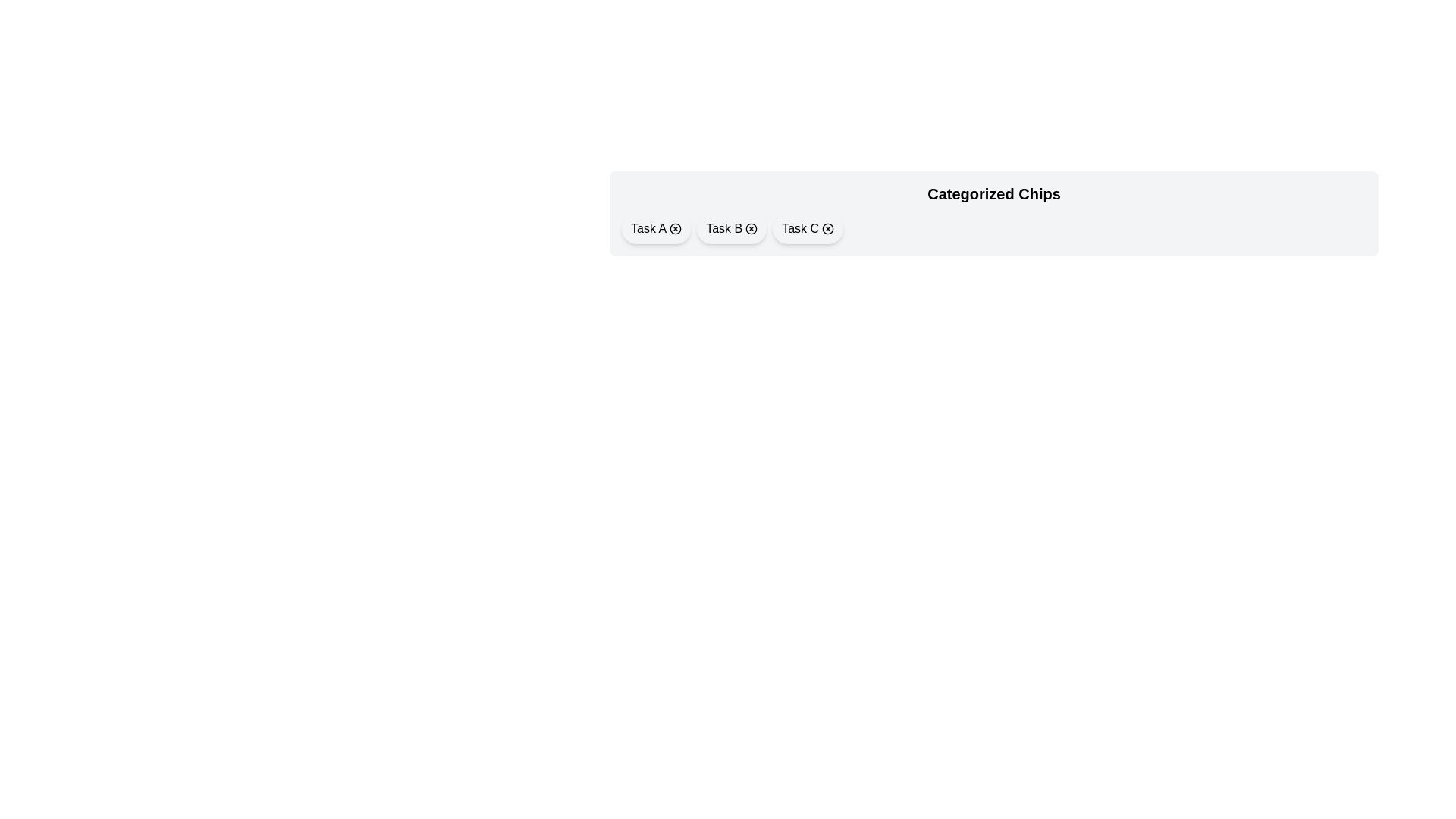 Image resolution: width=1456 pixels, height=819 pixels. I want to click on the chip labeled Task B to observe its hover effect, so click(732, 228).